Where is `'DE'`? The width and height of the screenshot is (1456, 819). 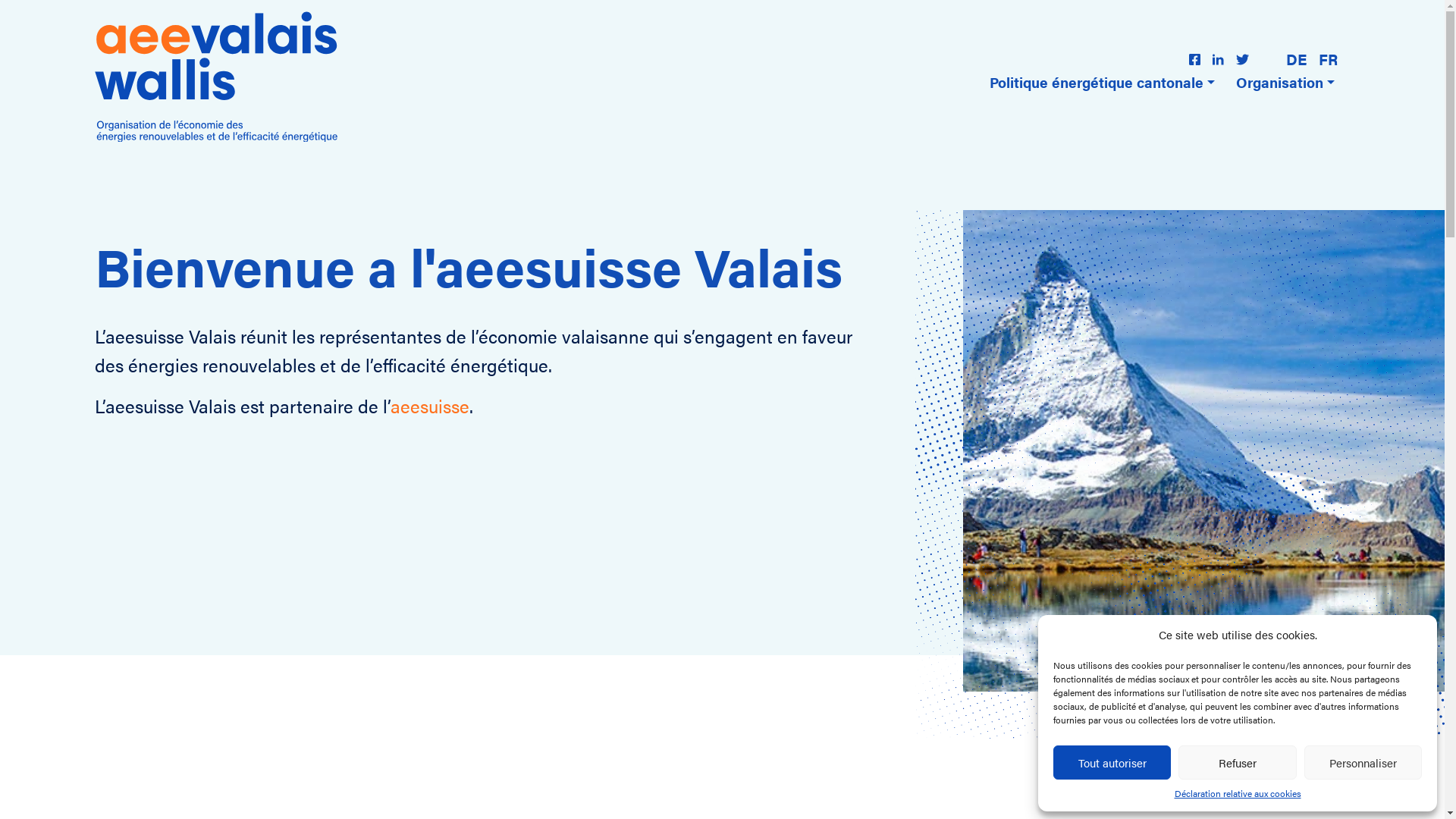
'DE' is located at coordinates (1295, 58).